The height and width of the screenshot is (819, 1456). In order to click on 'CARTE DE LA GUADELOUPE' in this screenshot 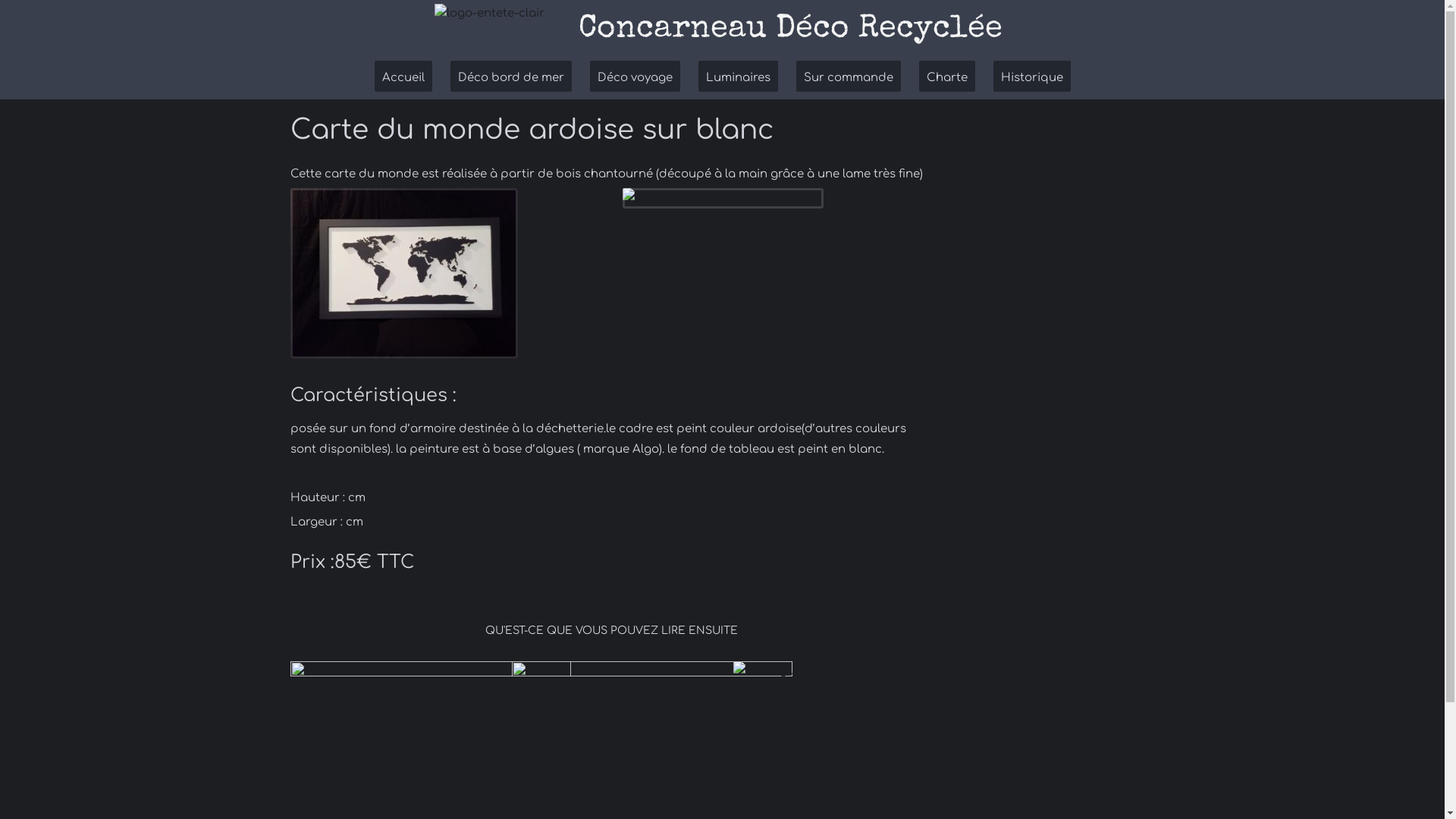, I will do `click(797, 695)`.